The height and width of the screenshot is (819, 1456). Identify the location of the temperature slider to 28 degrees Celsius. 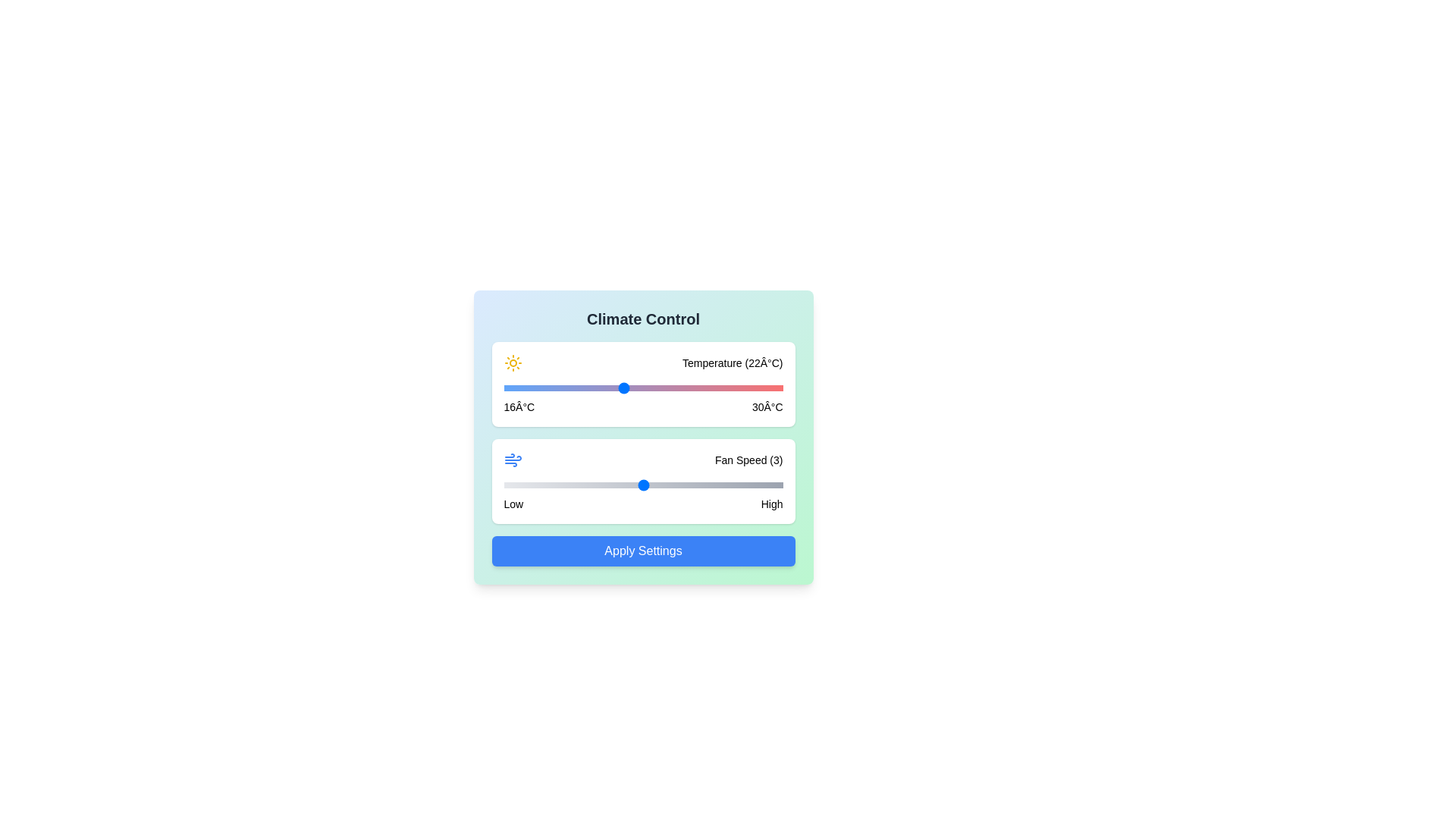
(742, 388).